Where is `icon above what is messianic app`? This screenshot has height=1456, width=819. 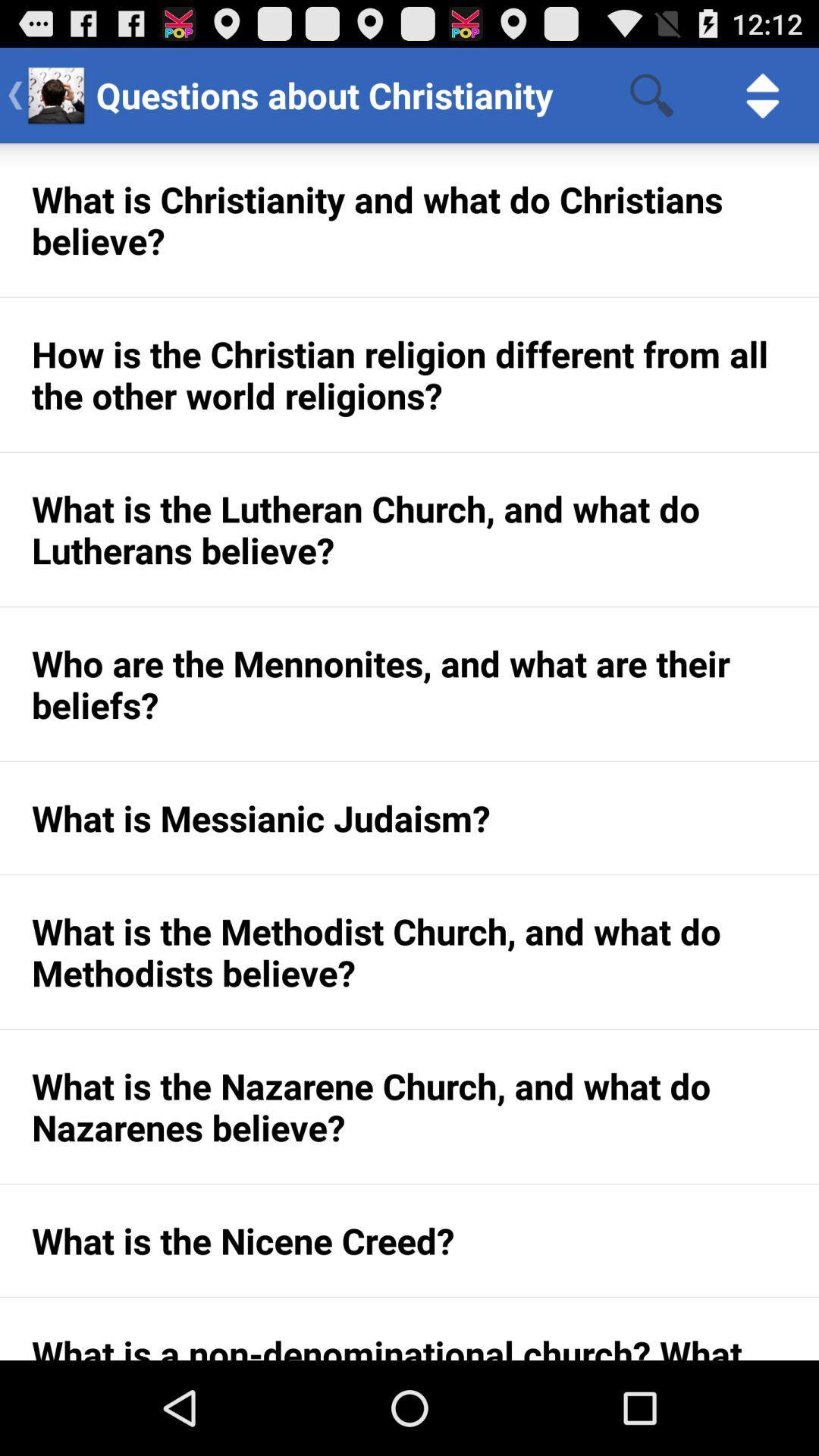
icon above what is messianic app is located at coordinates (409, 683).